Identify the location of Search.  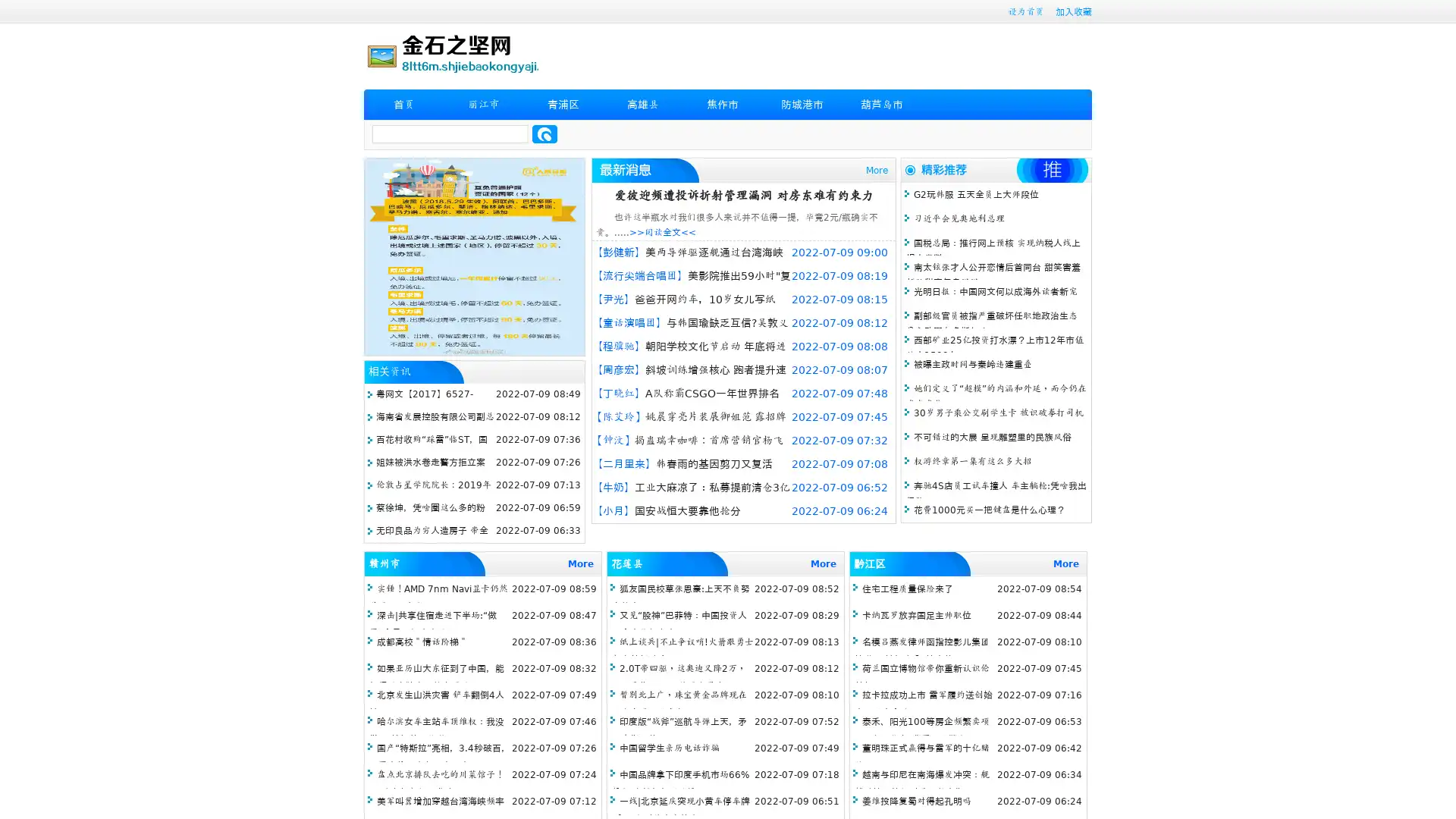
(544, 133).